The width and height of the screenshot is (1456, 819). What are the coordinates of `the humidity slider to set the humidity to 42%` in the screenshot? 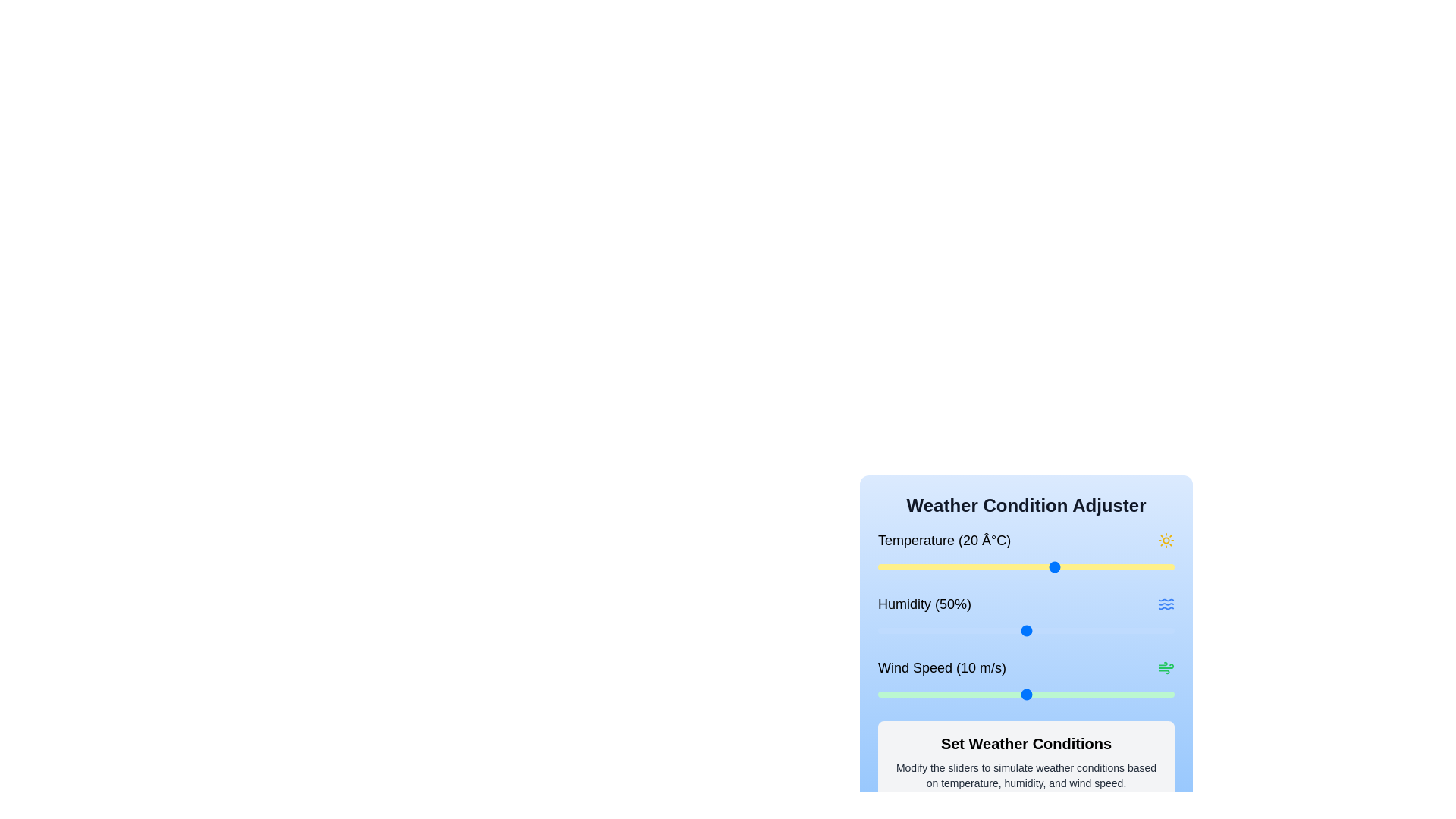 It's located at (1003, 631).